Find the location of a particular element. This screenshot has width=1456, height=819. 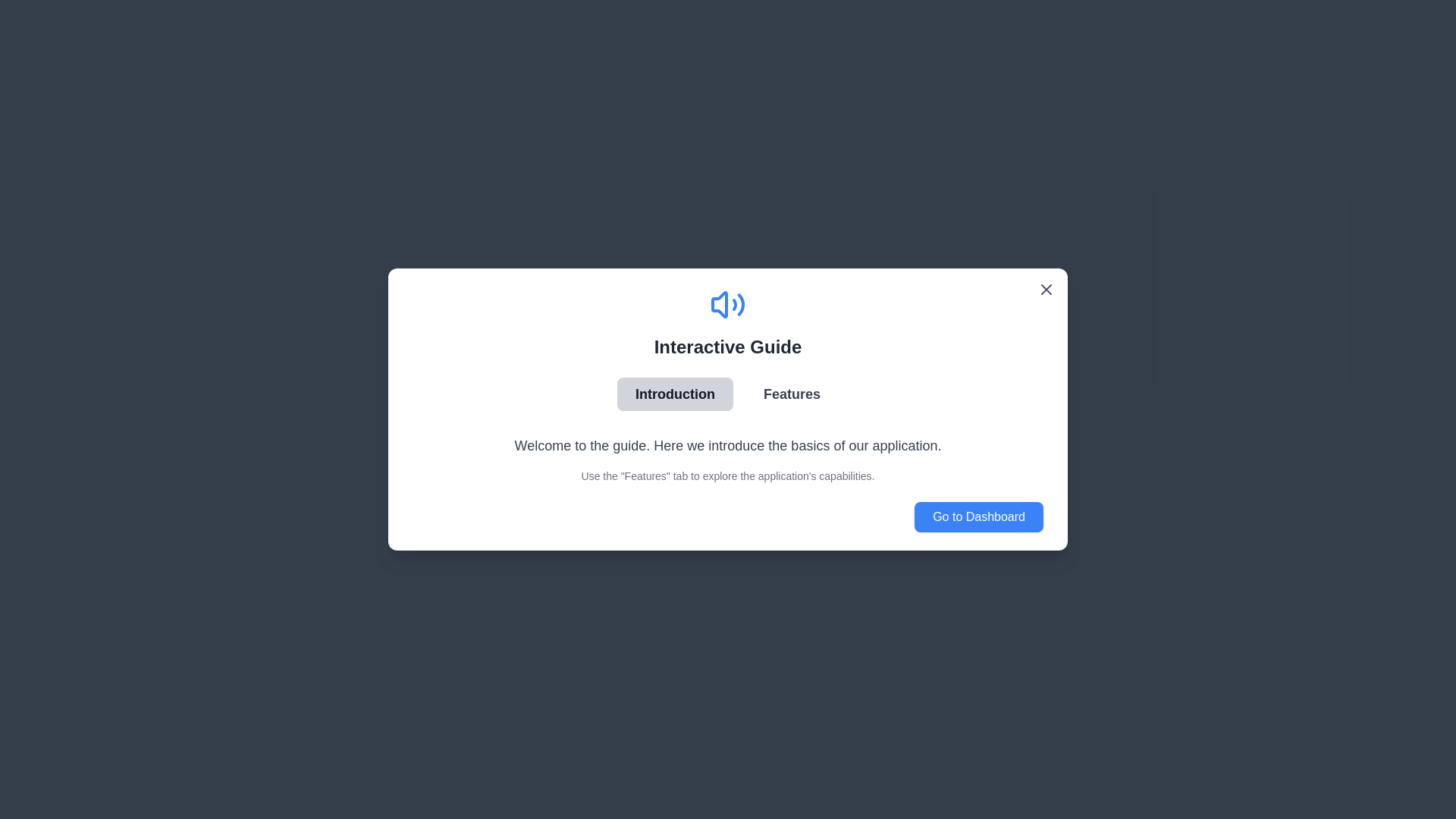

the blue hollow outline speaker icon located above the 'Interactive Guide' text, which is part of the volume control icon set is located at coordinates (719, 304).